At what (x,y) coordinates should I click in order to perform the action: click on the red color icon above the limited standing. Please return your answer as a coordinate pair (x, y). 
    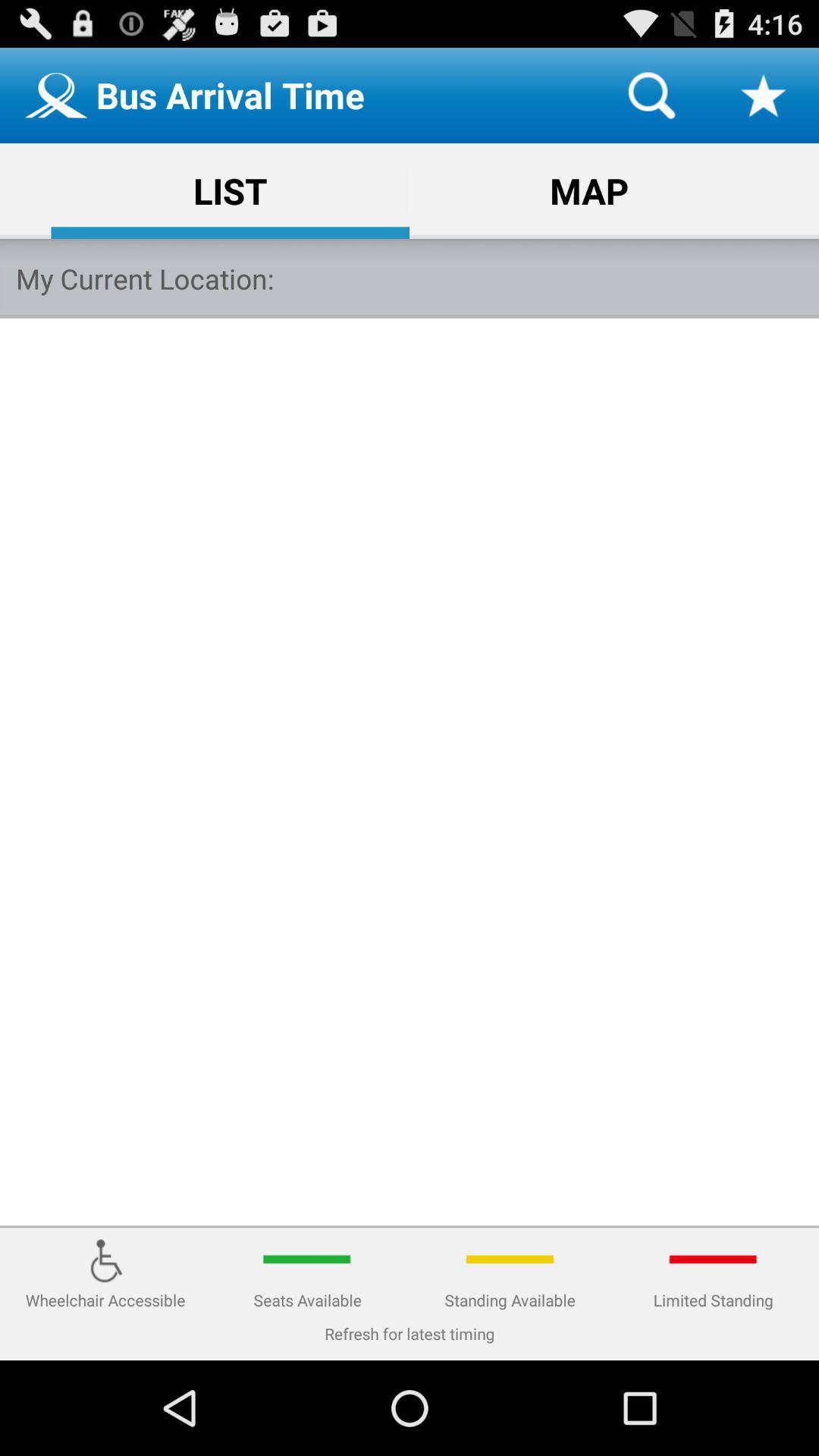
    Looking at the image, I should click on (714, 1259).